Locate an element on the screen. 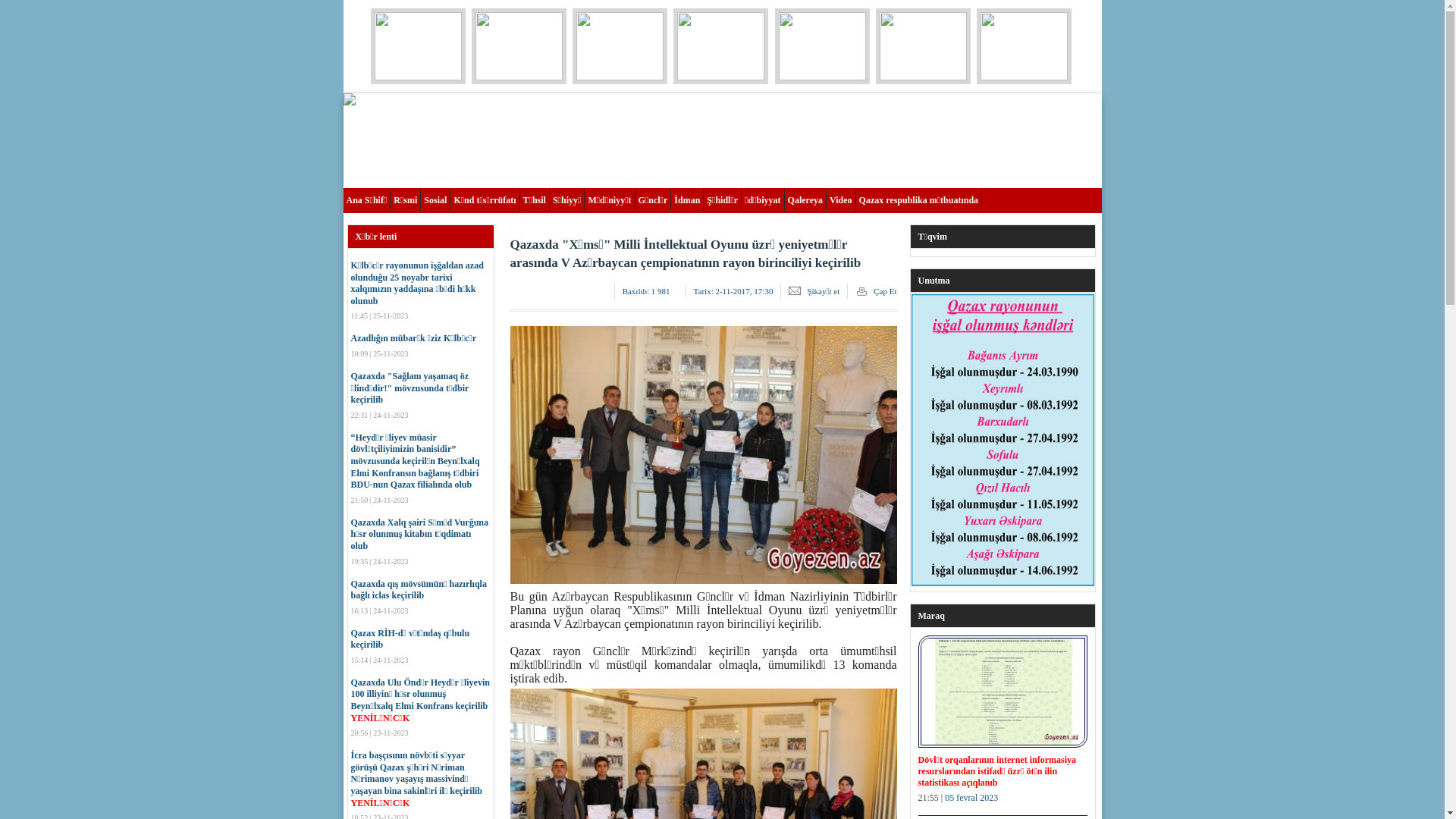 Image resolution: width=1456 pixels, height=819 pixels. 'Video' is located at coordinates (840, 198).